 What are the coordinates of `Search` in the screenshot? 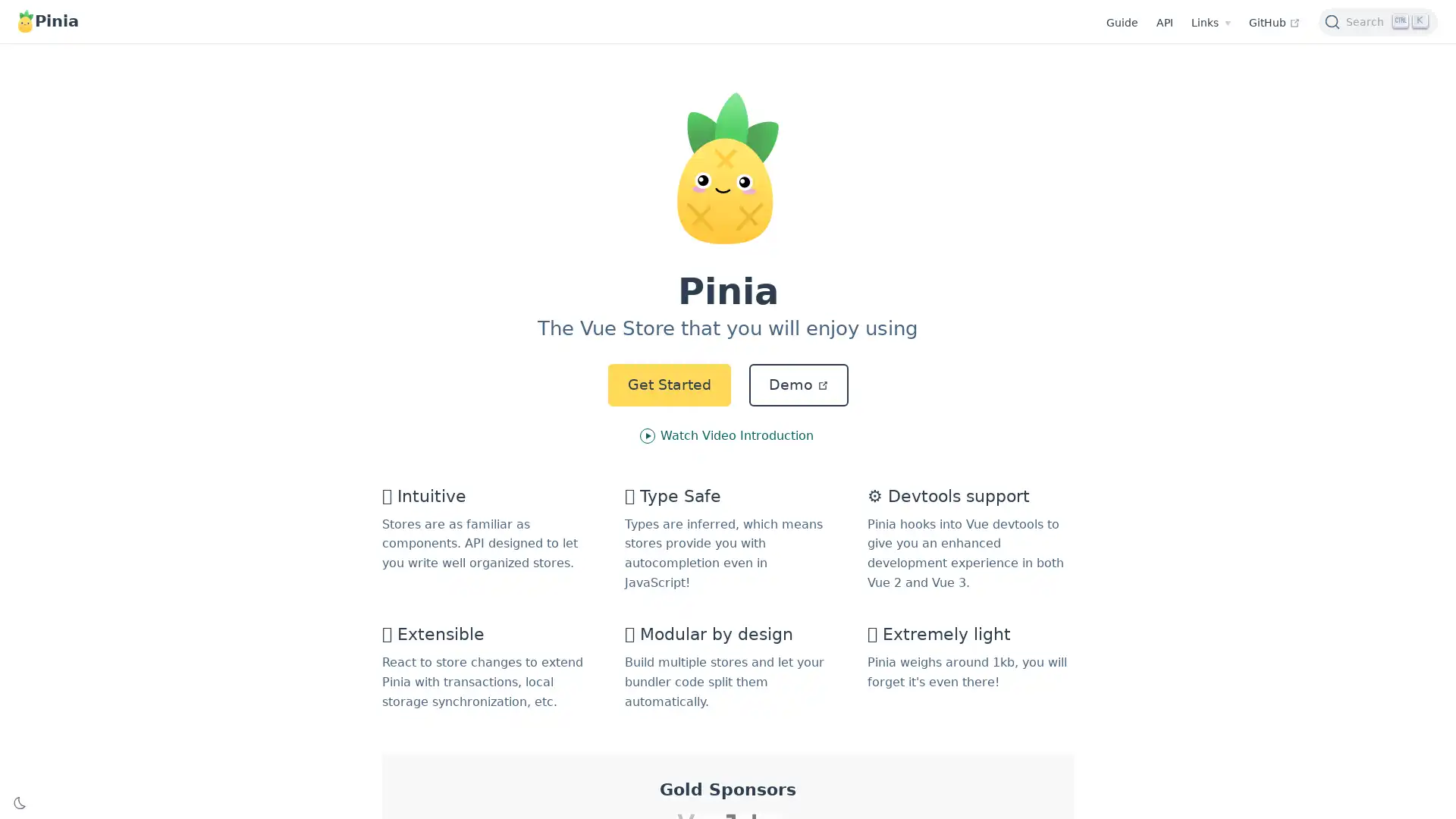 It's located at (1378, 20).